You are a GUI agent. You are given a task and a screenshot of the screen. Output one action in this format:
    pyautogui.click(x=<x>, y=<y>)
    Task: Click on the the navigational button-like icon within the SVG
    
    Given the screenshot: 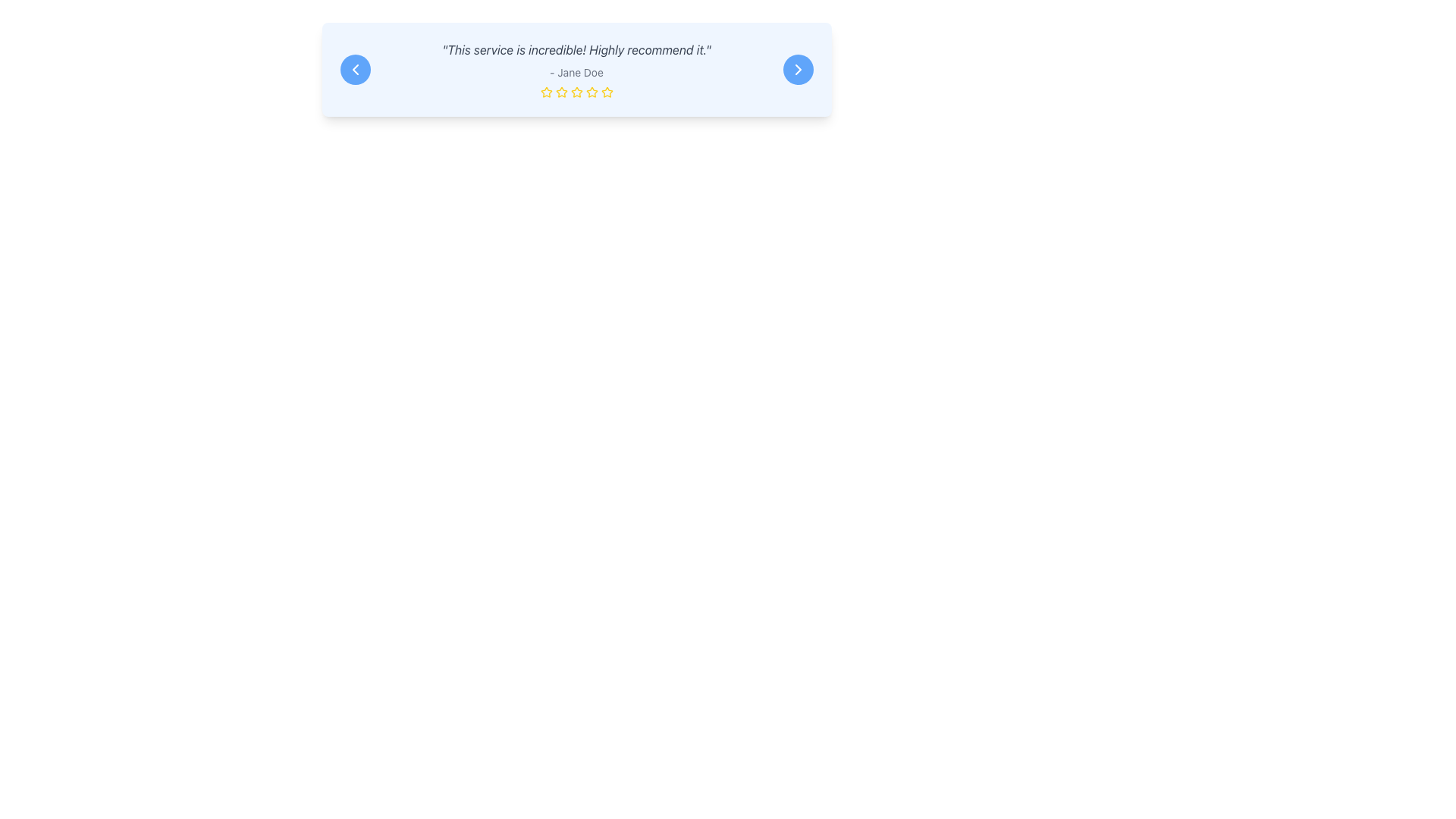 What is the action you would take?
    pyautogui.click(x=354, y=70)
    